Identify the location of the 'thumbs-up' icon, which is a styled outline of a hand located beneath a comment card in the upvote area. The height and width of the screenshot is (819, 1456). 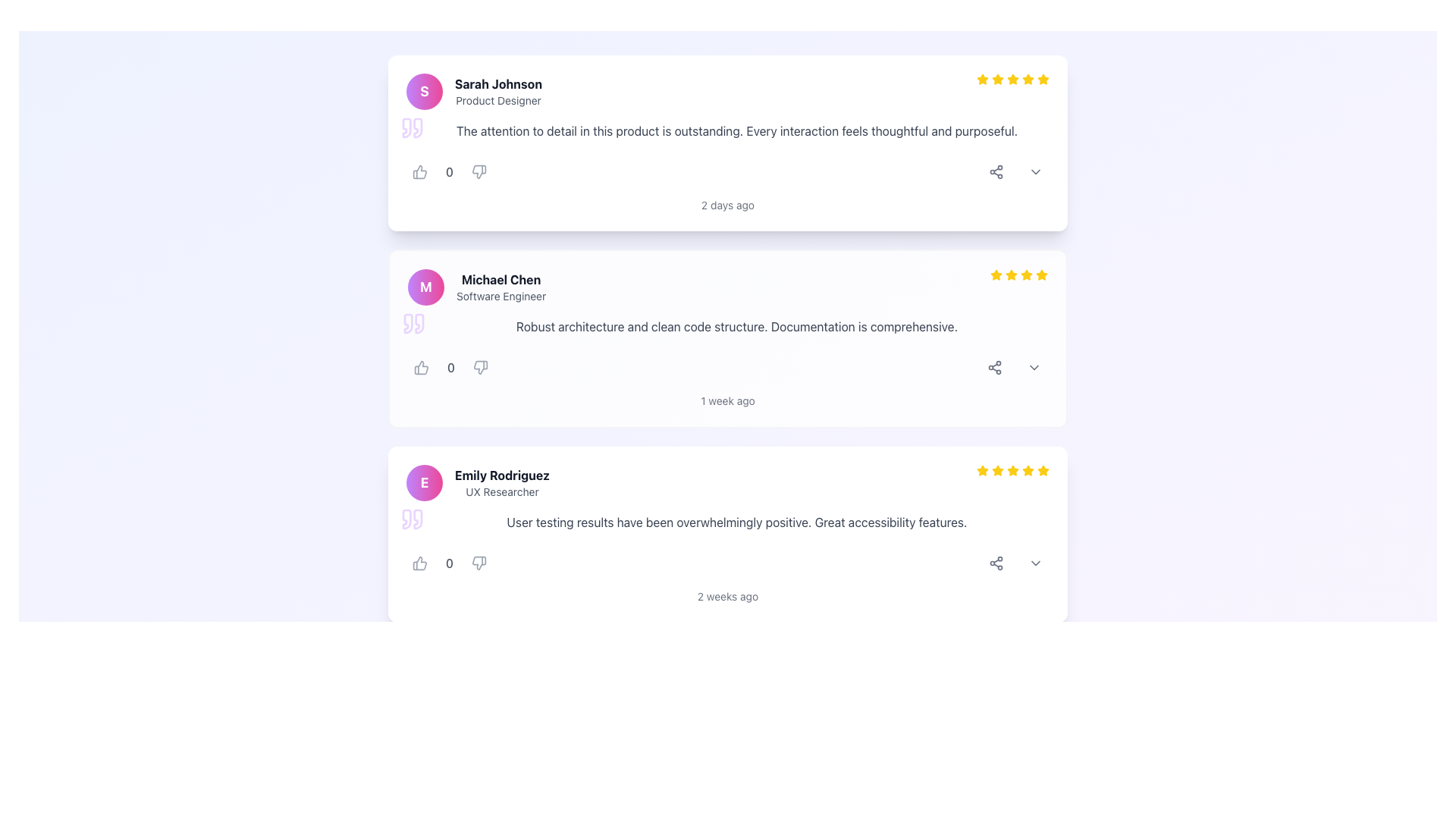
(421, 368).